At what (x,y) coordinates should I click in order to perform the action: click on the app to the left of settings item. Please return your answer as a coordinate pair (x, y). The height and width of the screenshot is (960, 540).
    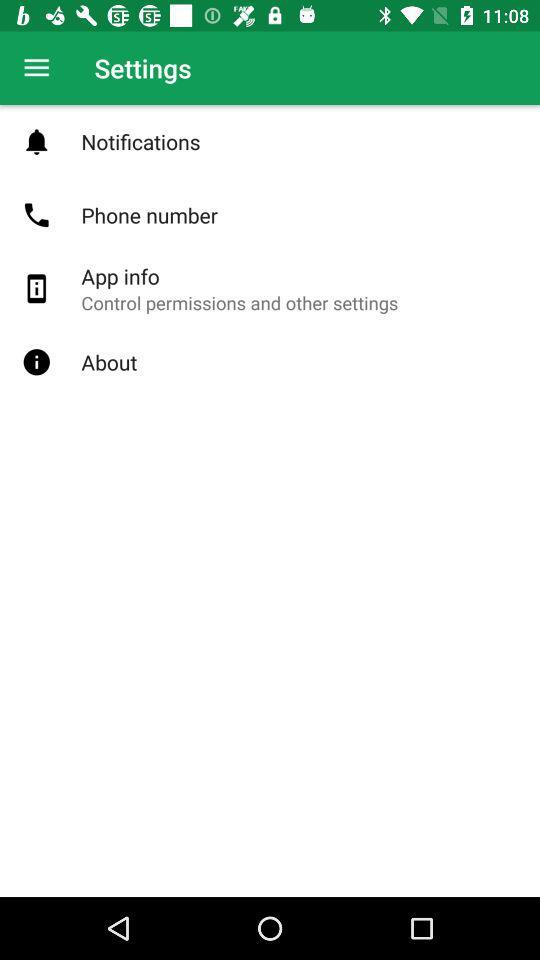
    Looking at the image, I should click on (36, 68).